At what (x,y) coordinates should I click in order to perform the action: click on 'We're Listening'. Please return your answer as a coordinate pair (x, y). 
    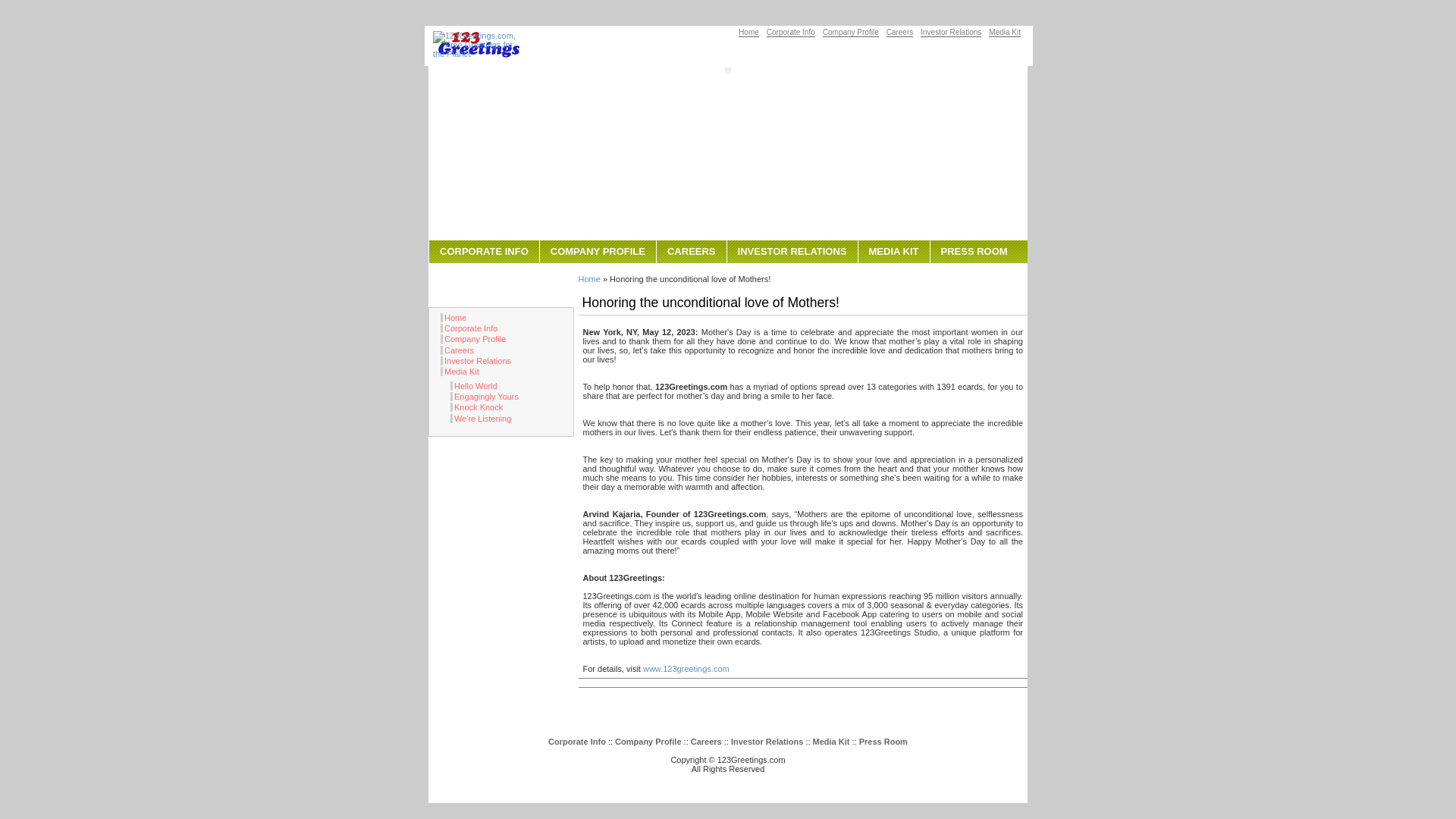
    Looking at the image, I should click on (479, 418).